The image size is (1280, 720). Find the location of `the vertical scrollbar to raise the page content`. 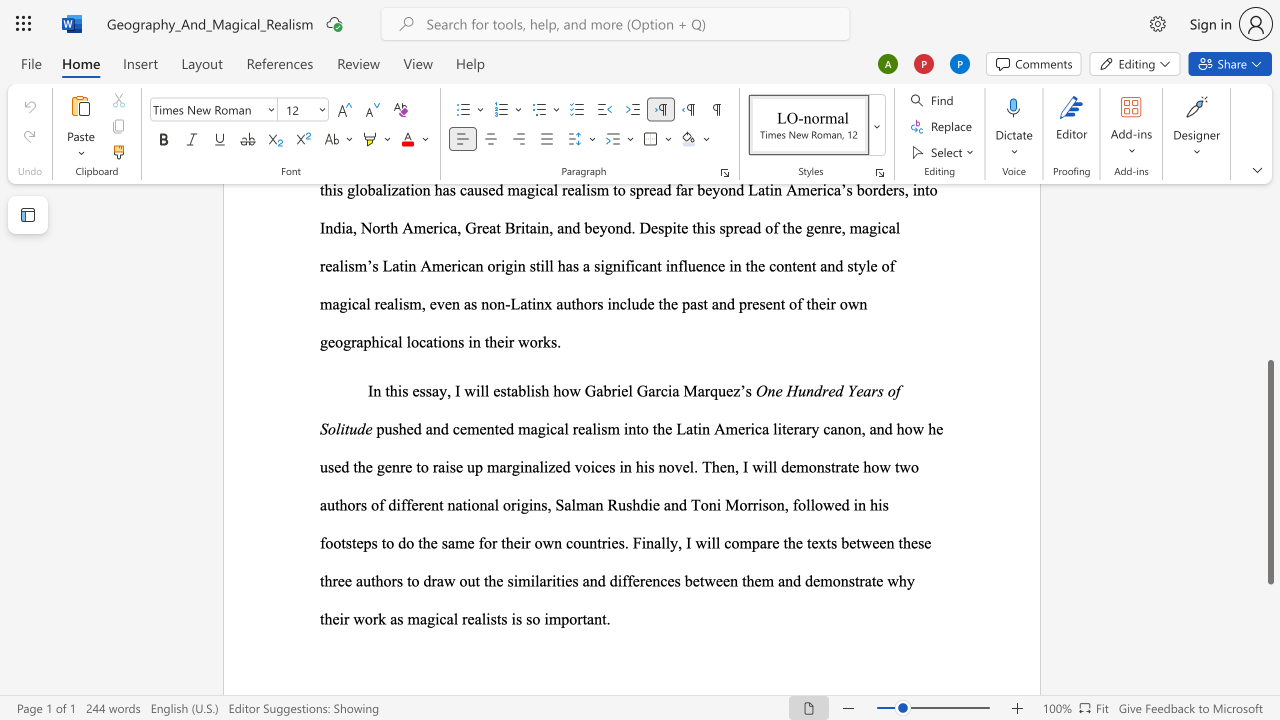

the vertical scrollbar to raise the page content is located at coordinates (1269, 238).